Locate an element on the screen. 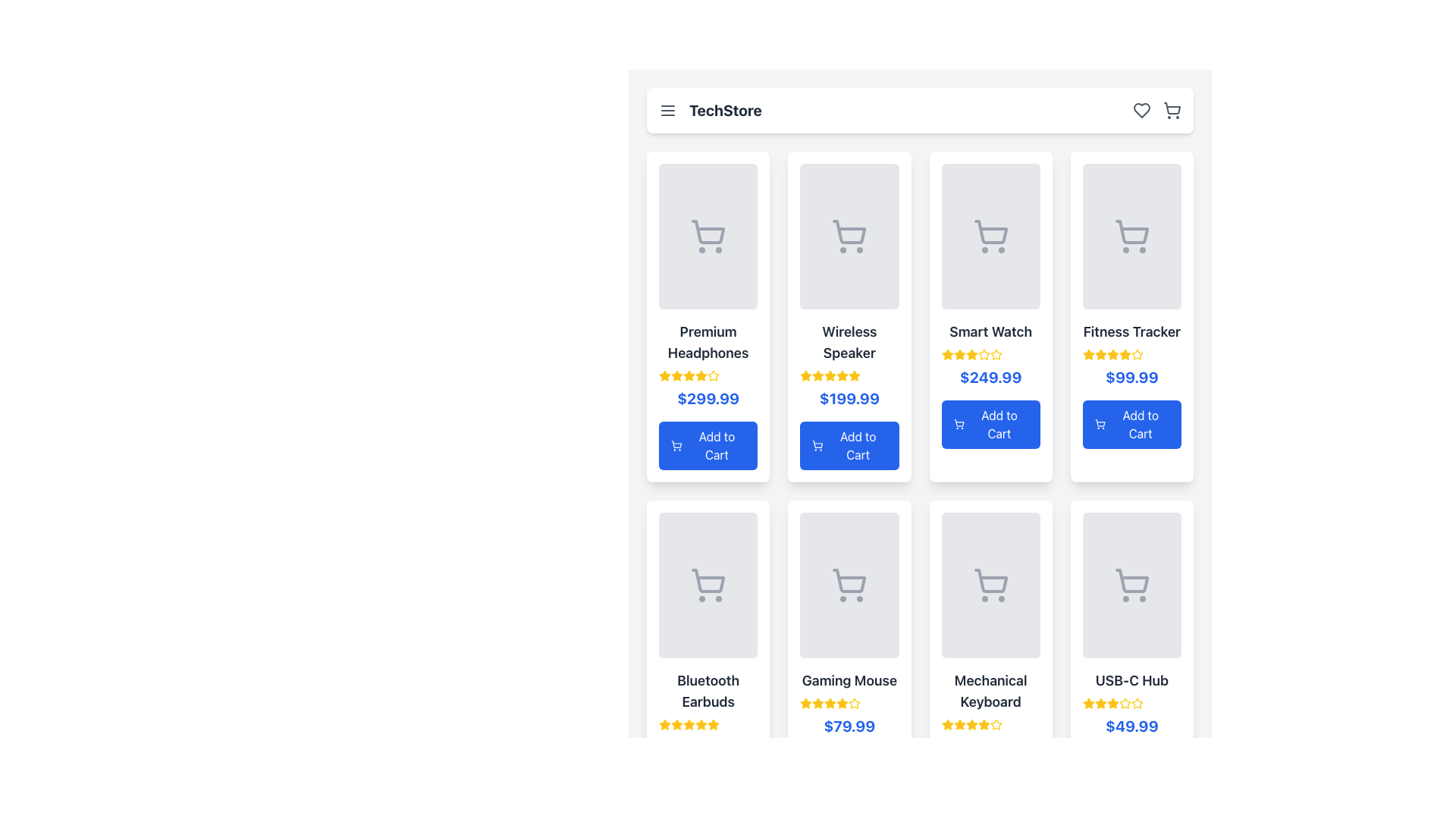 This screenshot has width=1456, height=819. the text element 'TechStore', which is located in the top-left corner of the header bar, to the right of the hamburger icon is located at coordinates (709, 110).